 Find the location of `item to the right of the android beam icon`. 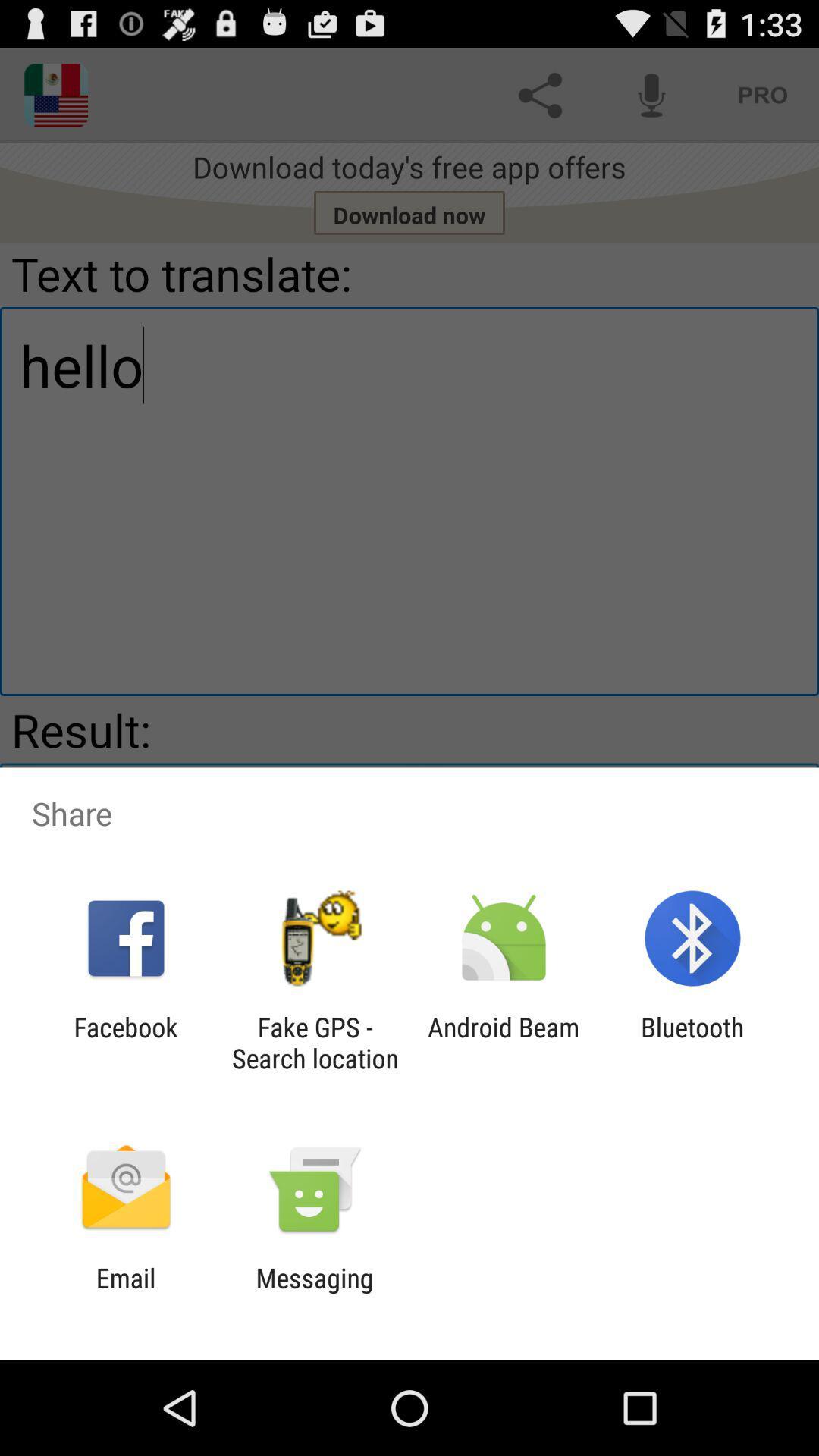

item to the right of the android beam icon is located at coordinates (692, 1042).